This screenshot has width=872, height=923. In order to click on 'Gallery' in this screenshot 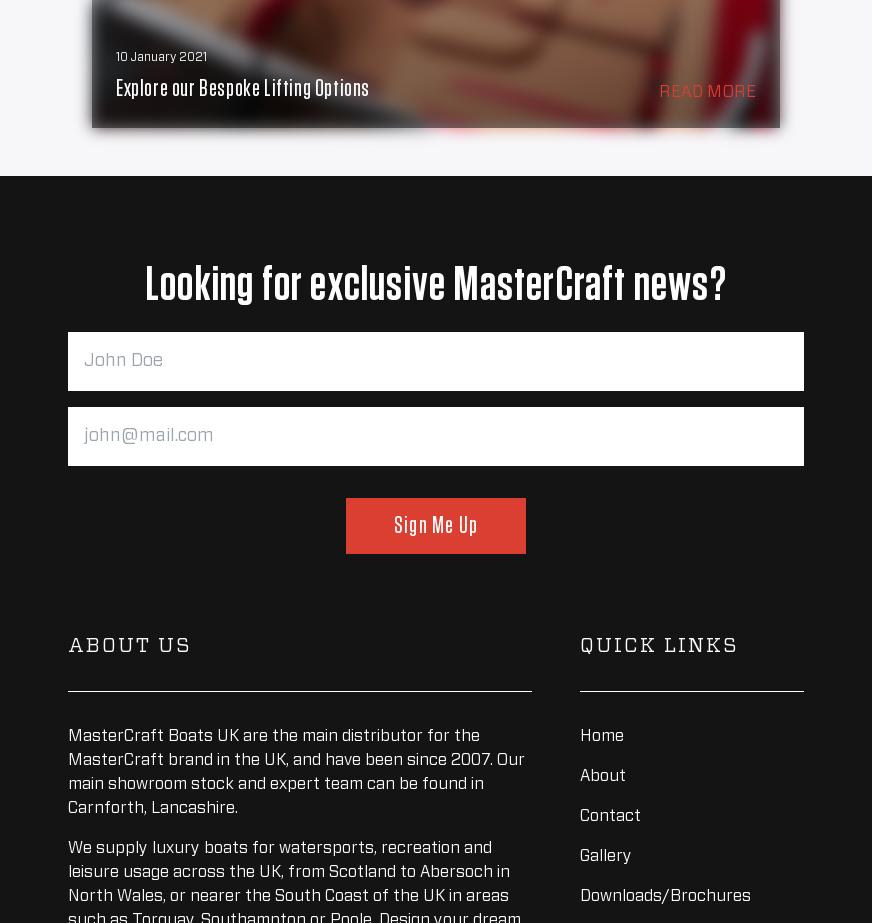, I will do `click(606, 854)`.